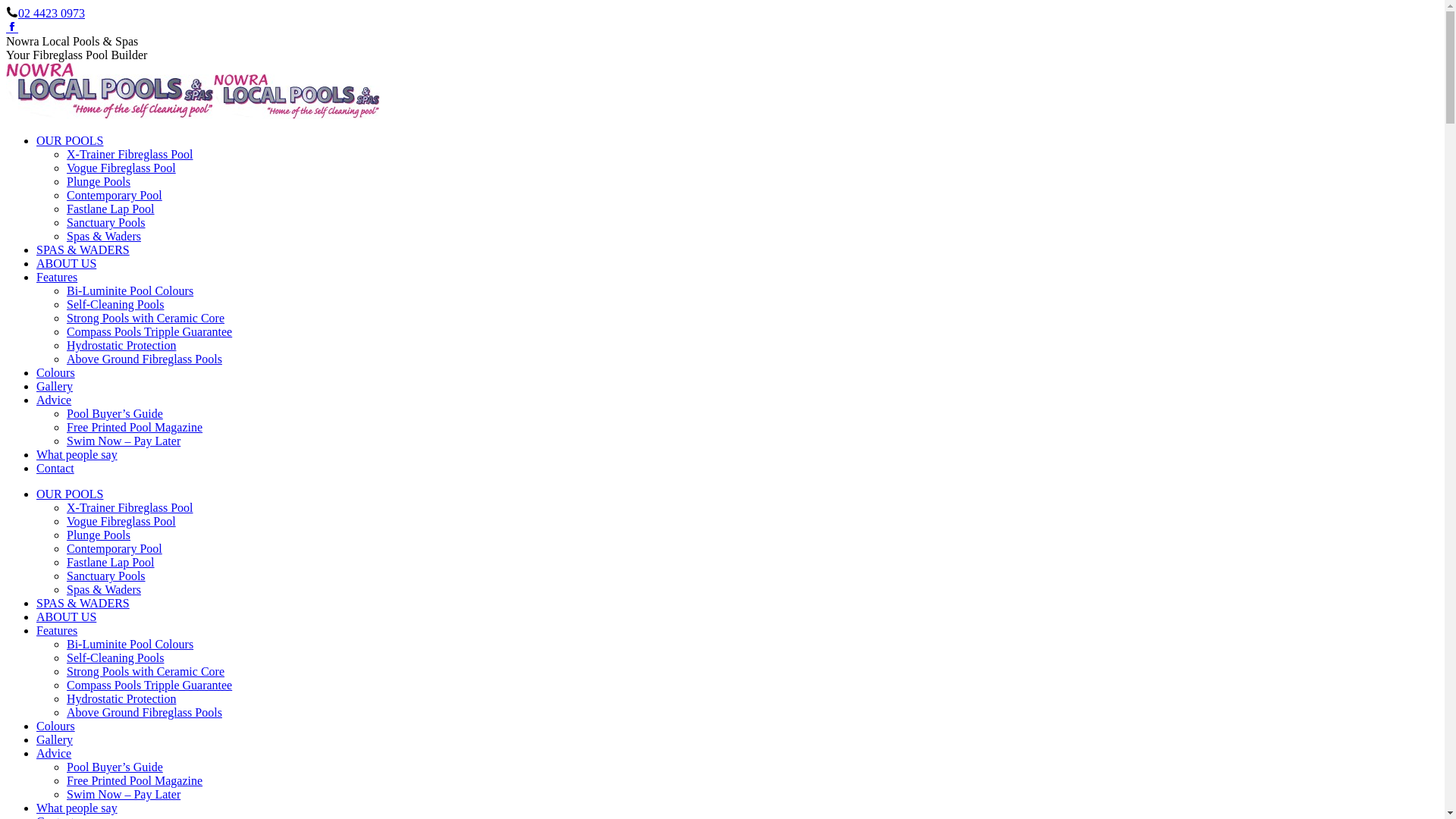  I want to click on '02 4423 0973', so click(51, 13).